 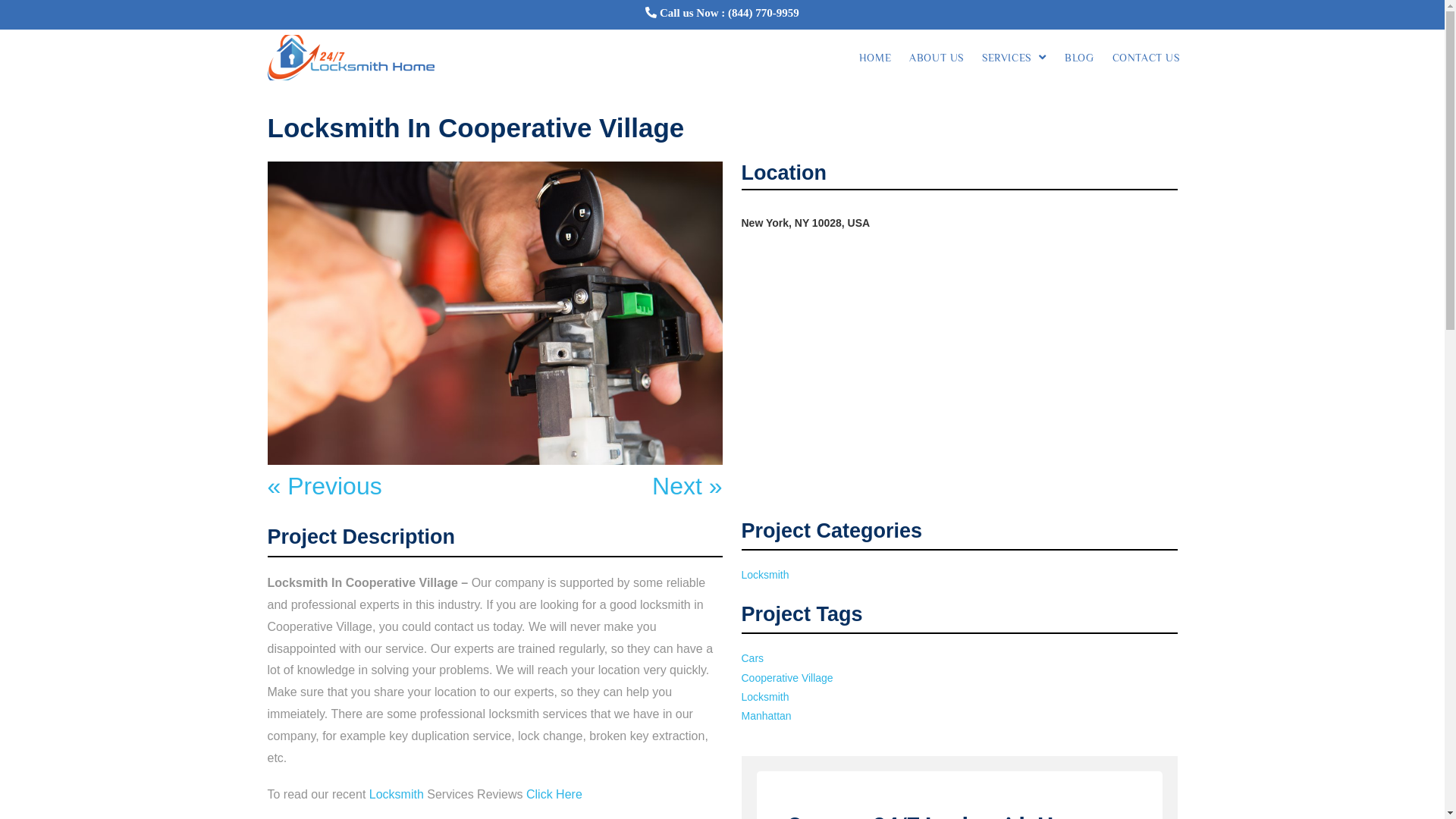 What do you see at coordinates (1014, 57) in the screenshot?
I see `'SERVICES'` at bounding box center [1014, 57].